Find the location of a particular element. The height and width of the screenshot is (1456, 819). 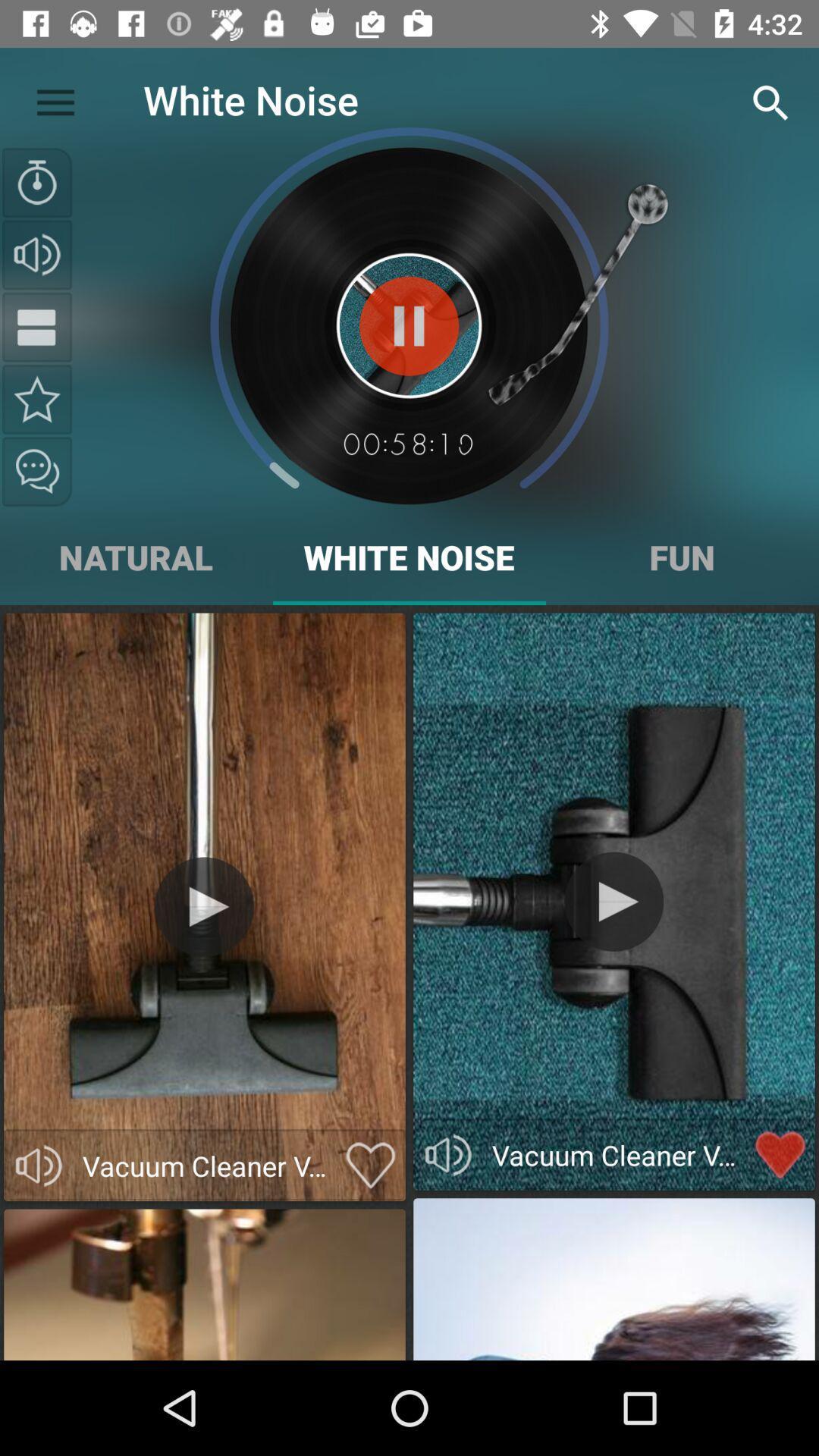

app next to white noise app is located at coordinates (55, 99).